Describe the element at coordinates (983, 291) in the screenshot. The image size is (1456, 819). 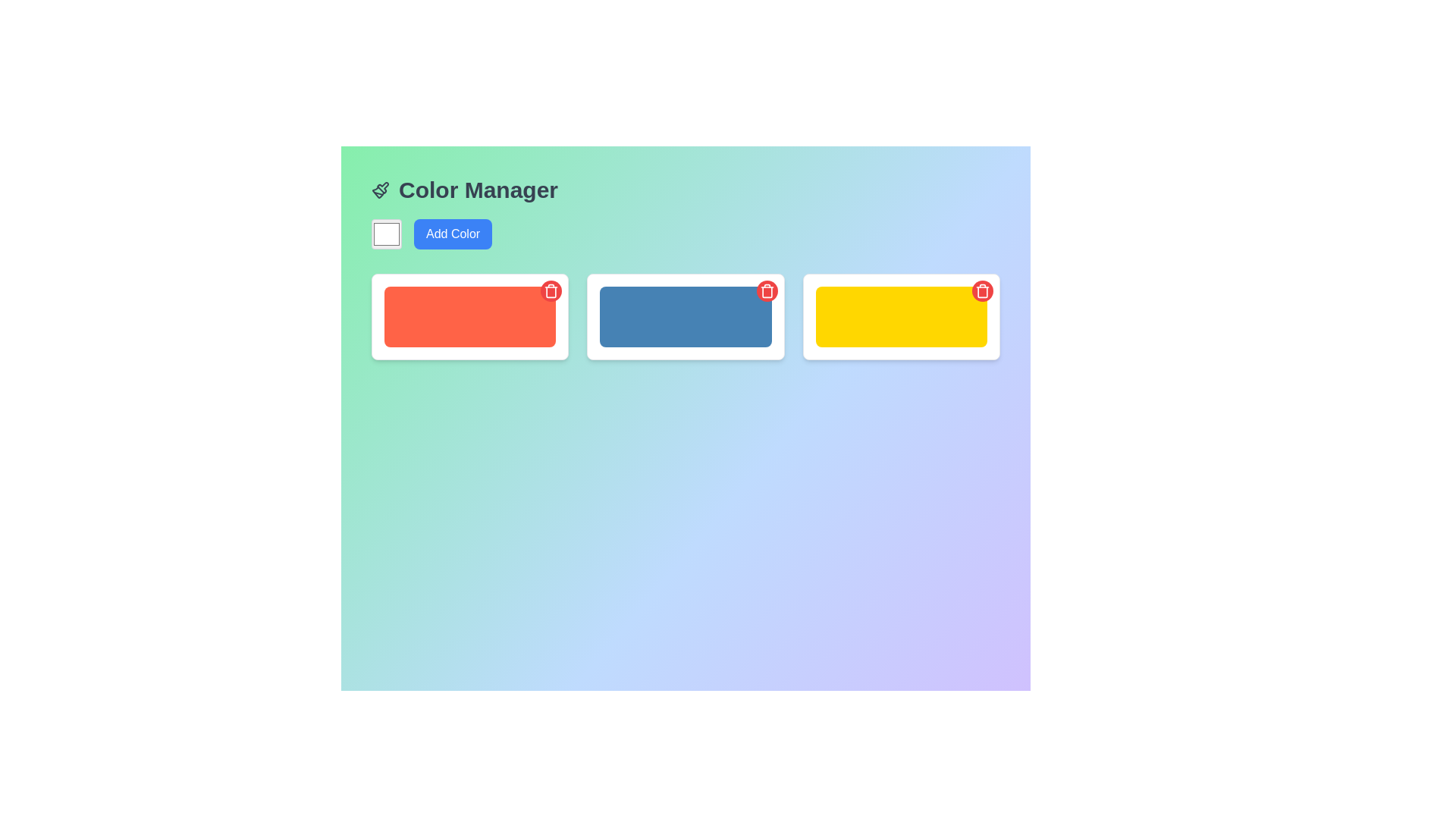
I see `the circular delete button located at the top-right corner of the yellow rectangular card with a red background and a white trash can icon` at that location.